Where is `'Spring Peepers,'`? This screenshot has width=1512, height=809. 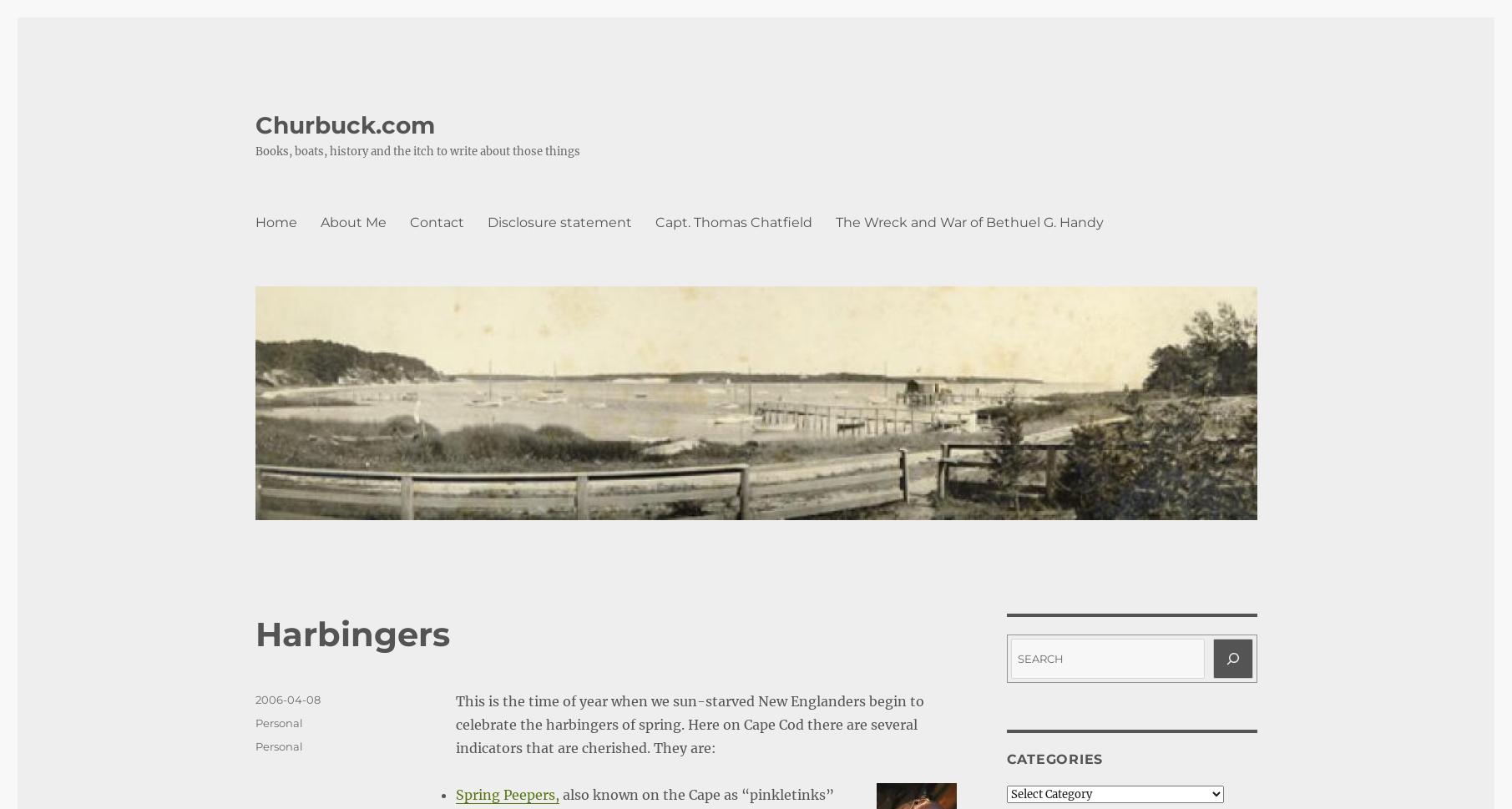
'Spring Peepers,' is located at coordinates (507, 794).